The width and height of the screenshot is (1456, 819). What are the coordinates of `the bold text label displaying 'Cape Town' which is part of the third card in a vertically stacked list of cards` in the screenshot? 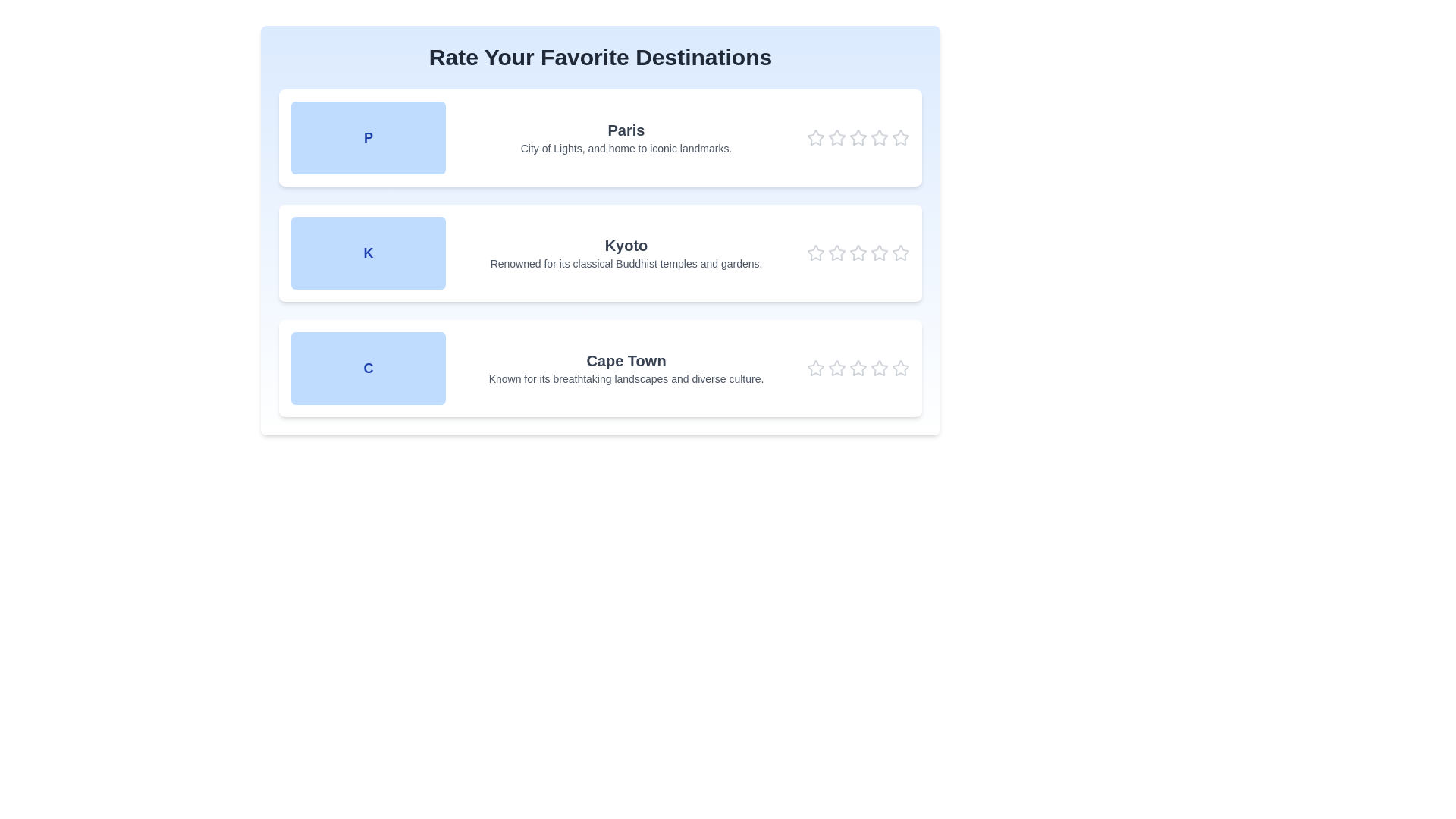 It's located at (626, 360).